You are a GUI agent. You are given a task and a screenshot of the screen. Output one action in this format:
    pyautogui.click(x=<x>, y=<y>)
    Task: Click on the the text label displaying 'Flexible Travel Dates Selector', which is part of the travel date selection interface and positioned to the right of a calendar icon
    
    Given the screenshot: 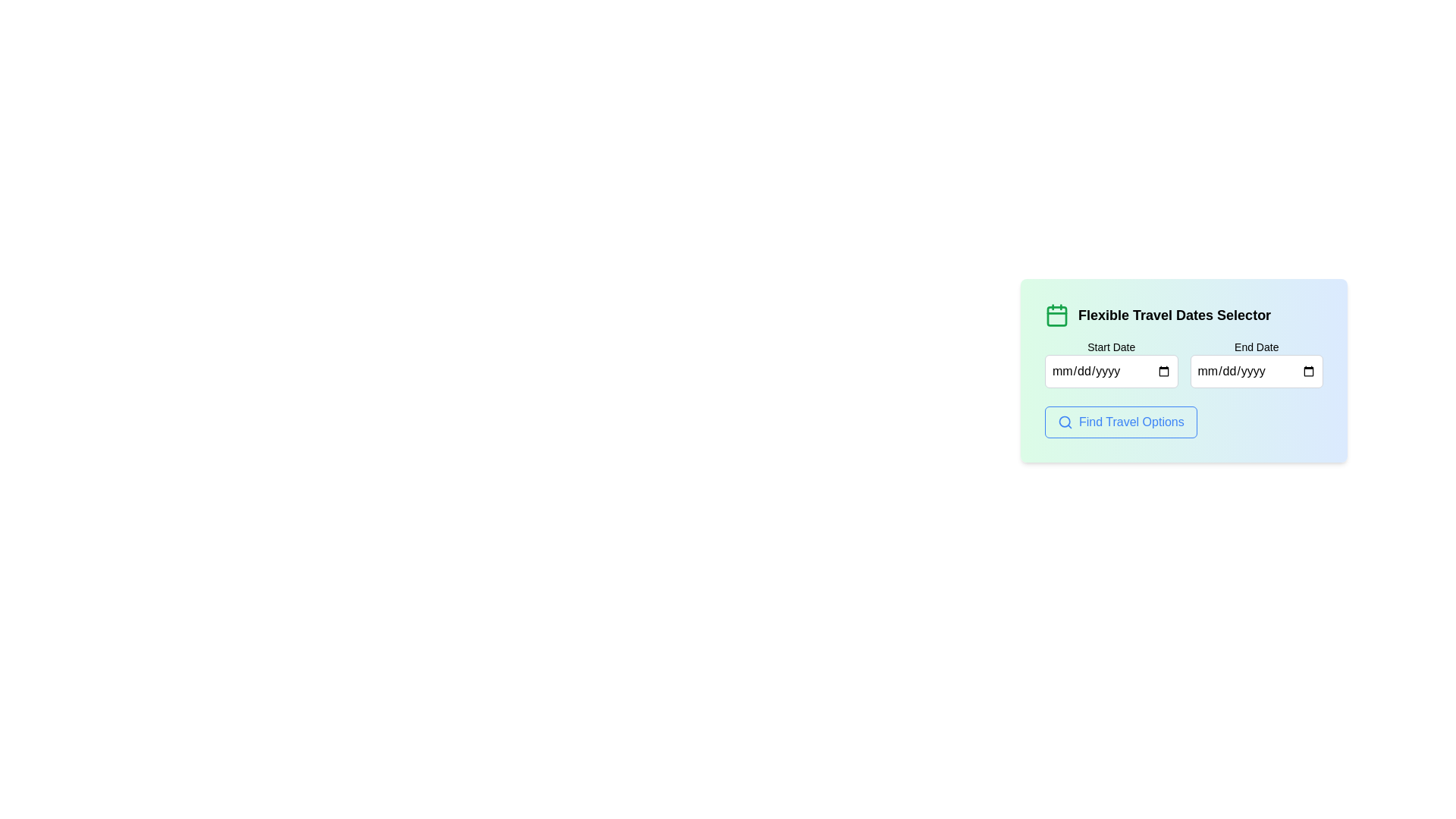 What is the action you would take?
    pyautogui.click(x=1174, y=315)
    